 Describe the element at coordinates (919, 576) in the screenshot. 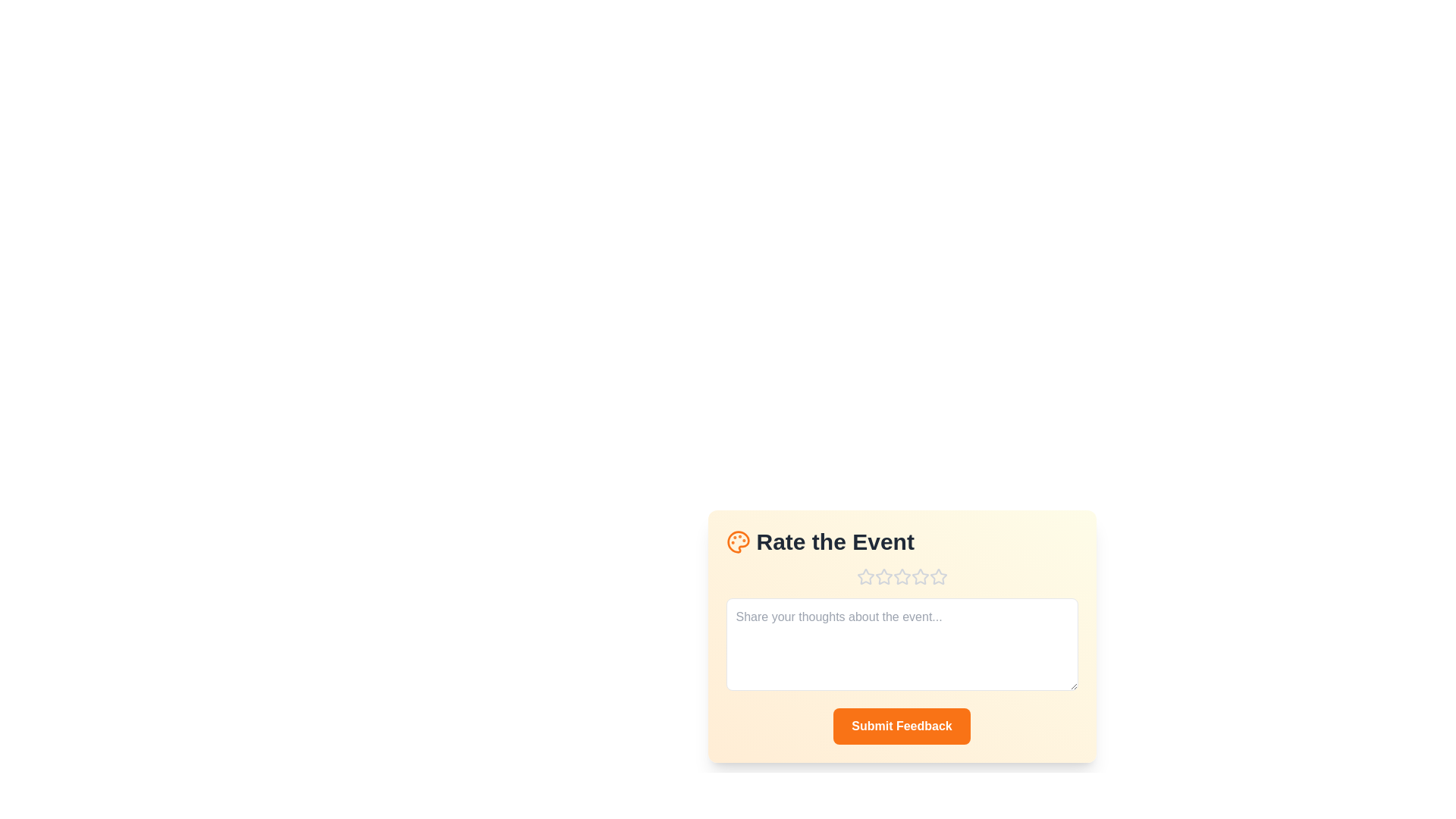

I see `the star corresponding to the desired rating 4 to set the rating` at that location.